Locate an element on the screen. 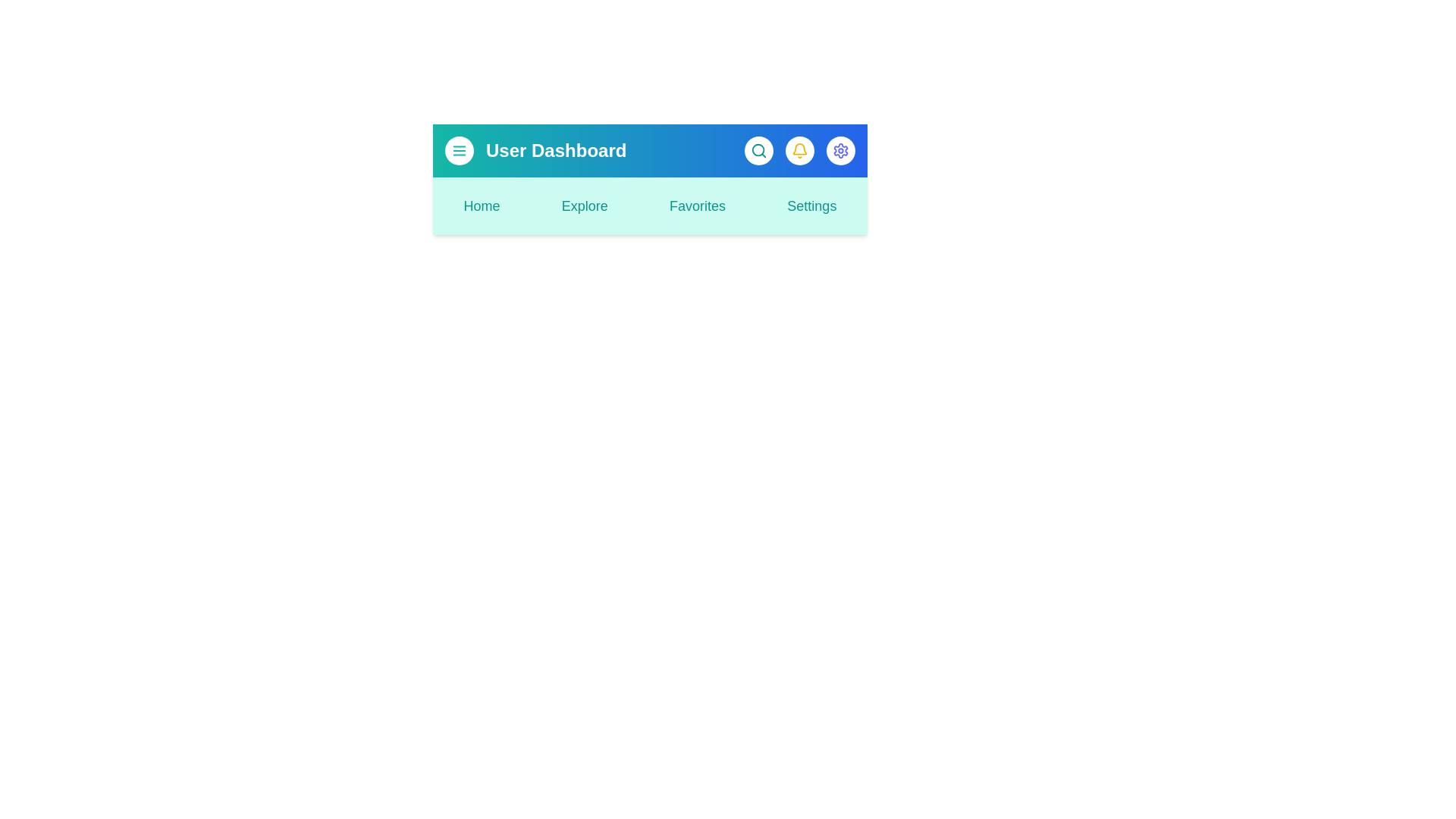 This screenshot has width=1456, height=819. the search button to activate the search functionality is located at coordinates (759, 151).